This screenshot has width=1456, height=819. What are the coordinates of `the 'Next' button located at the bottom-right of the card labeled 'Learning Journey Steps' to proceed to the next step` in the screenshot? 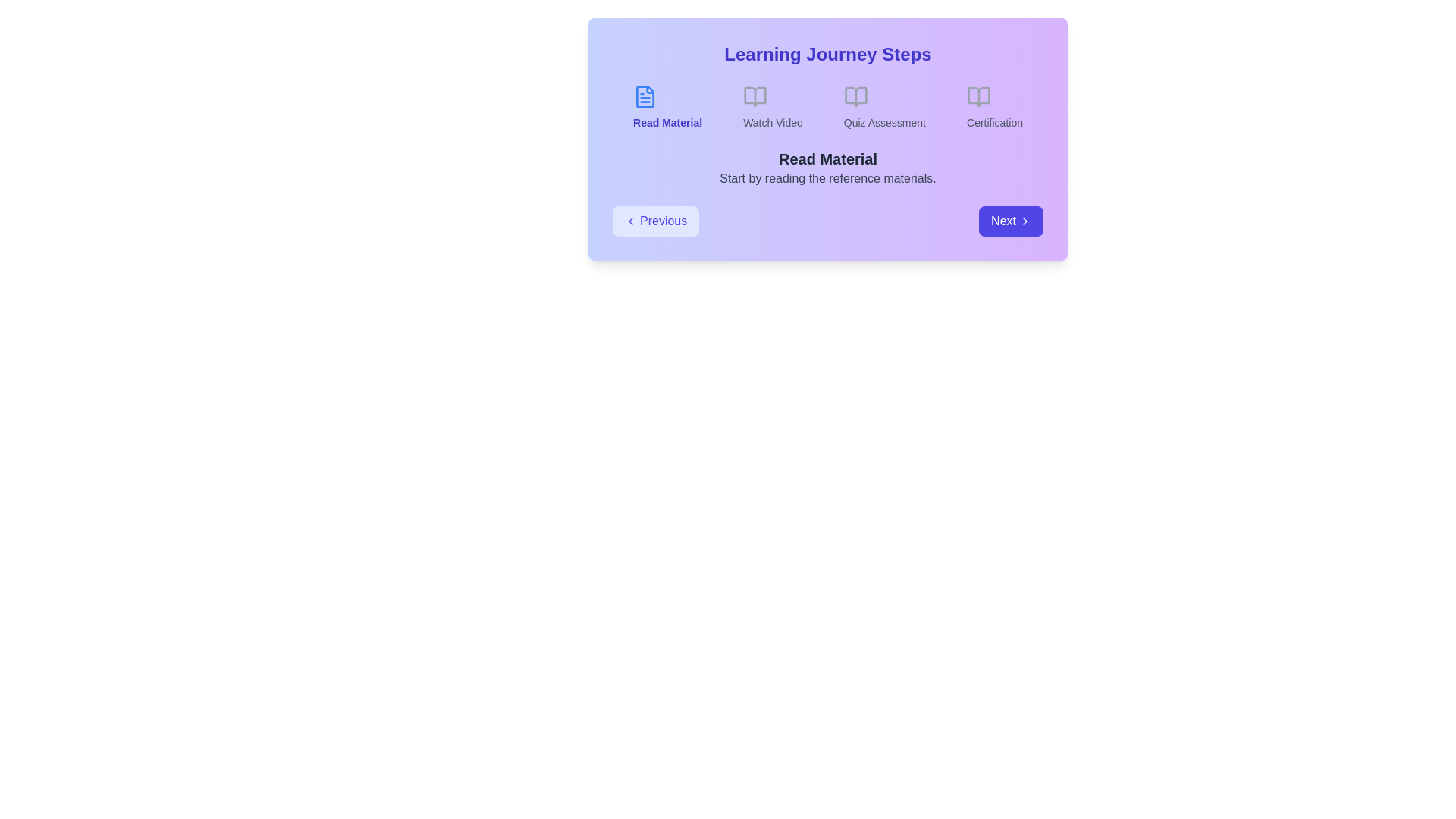 It's located at (1025, 221).